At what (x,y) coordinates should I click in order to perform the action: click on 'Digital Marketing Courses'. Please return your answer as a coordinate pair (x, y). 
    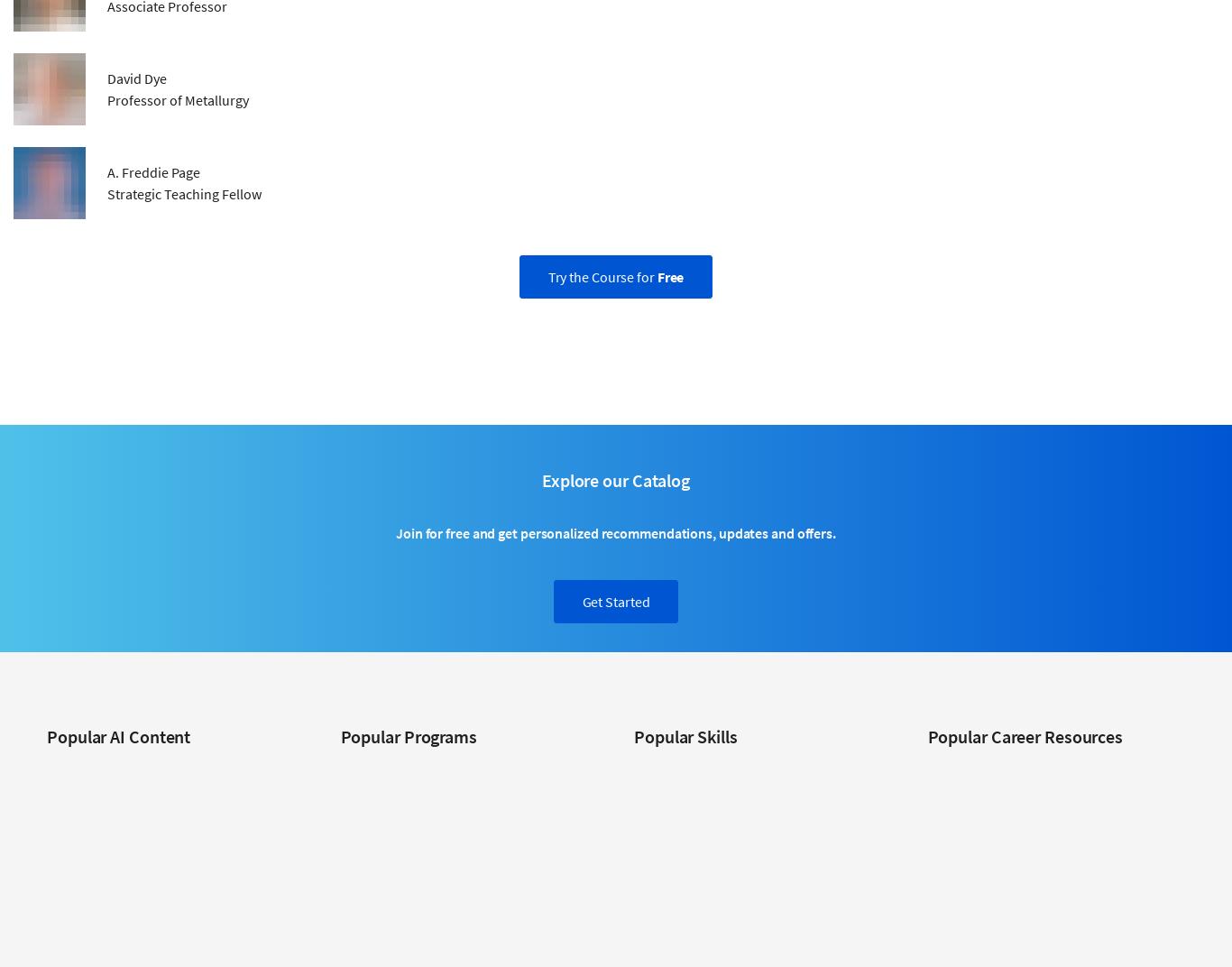
    Looking at the image, I should click on (702, 848).